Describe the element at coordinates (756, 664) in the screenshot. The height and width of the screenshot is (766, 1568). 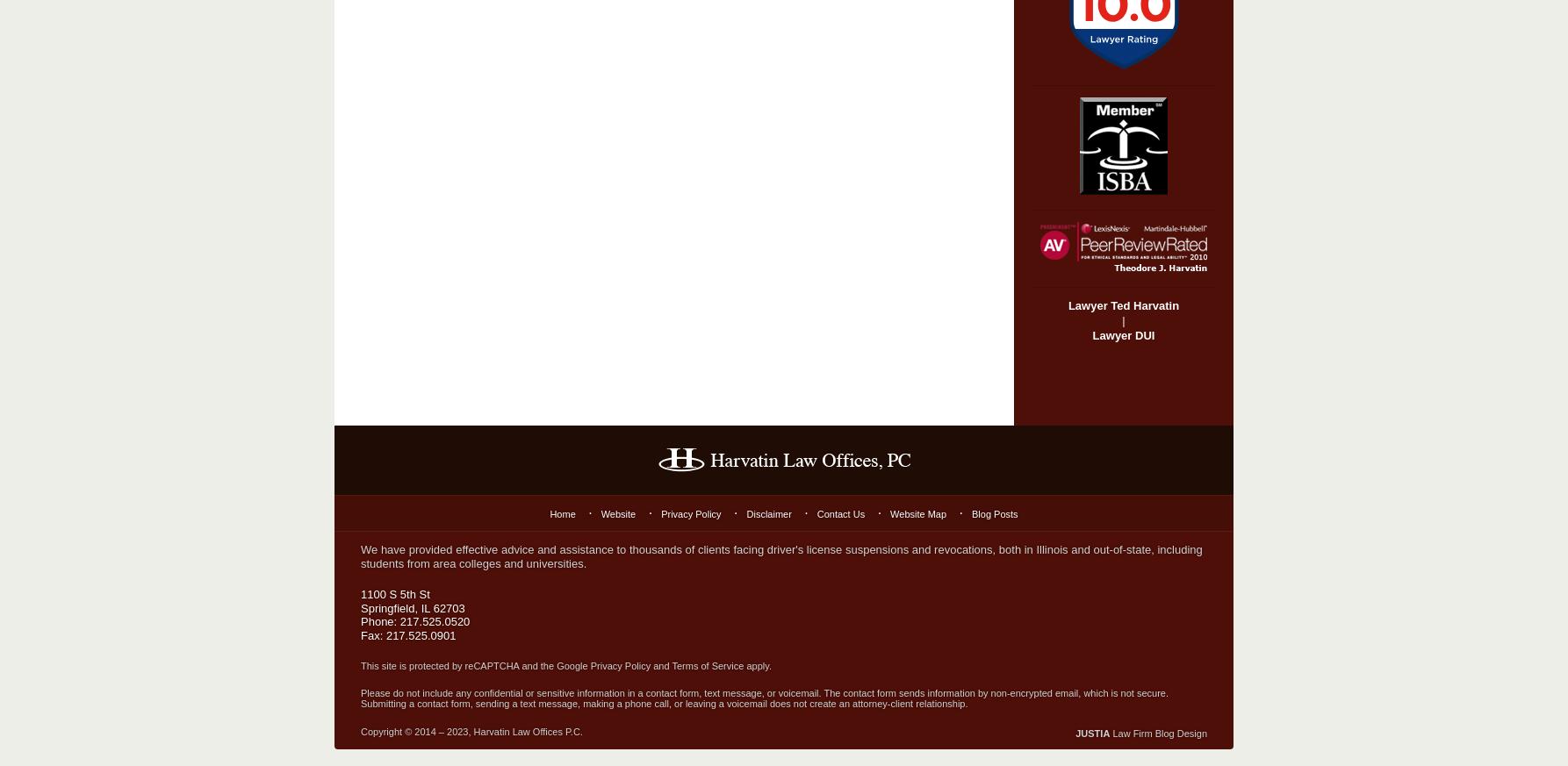
I see `'apply.'` at that location.